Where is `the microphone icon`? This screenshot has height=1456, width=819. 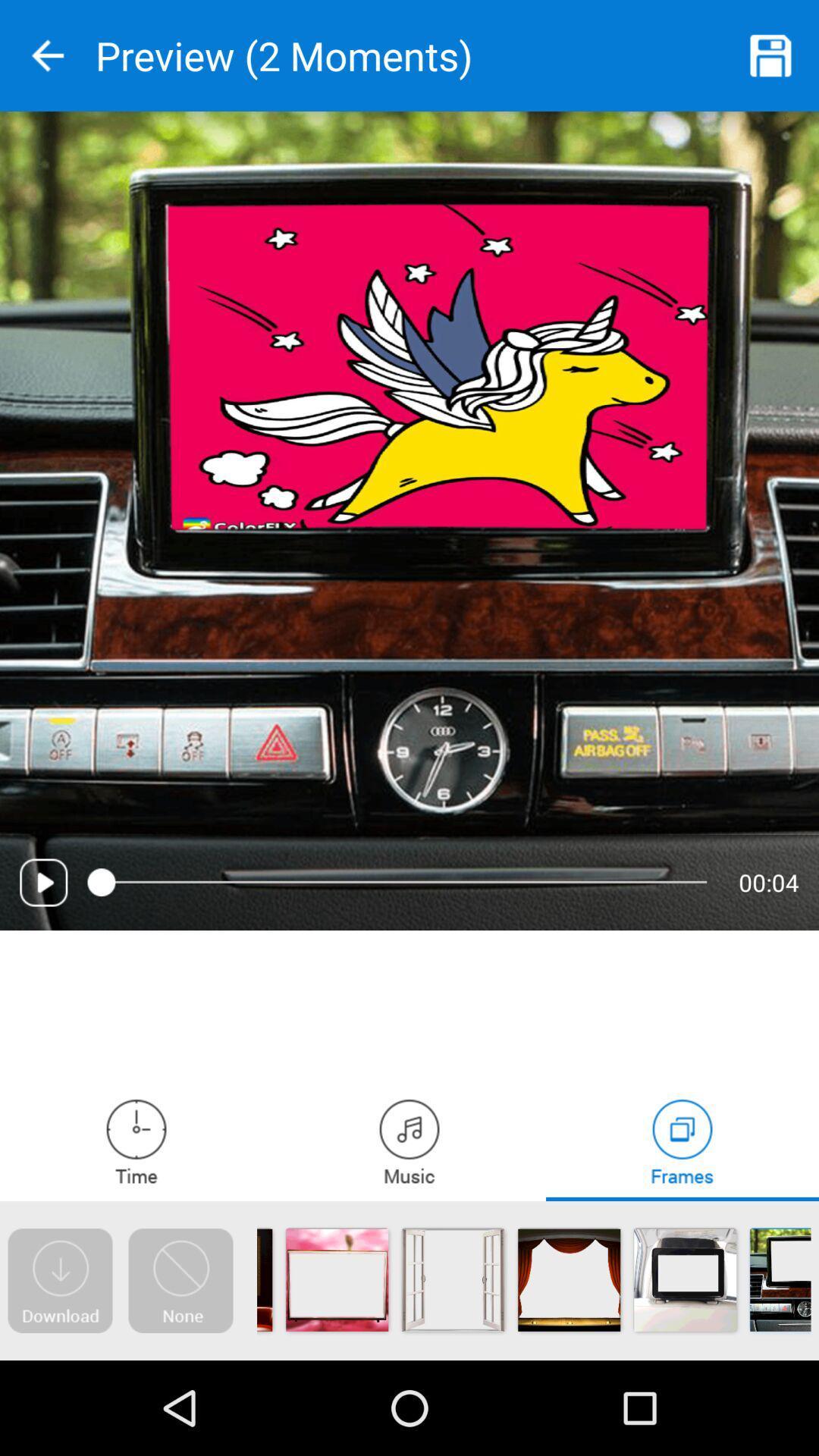
the microphone icon is located at coordinates (409, 1141).